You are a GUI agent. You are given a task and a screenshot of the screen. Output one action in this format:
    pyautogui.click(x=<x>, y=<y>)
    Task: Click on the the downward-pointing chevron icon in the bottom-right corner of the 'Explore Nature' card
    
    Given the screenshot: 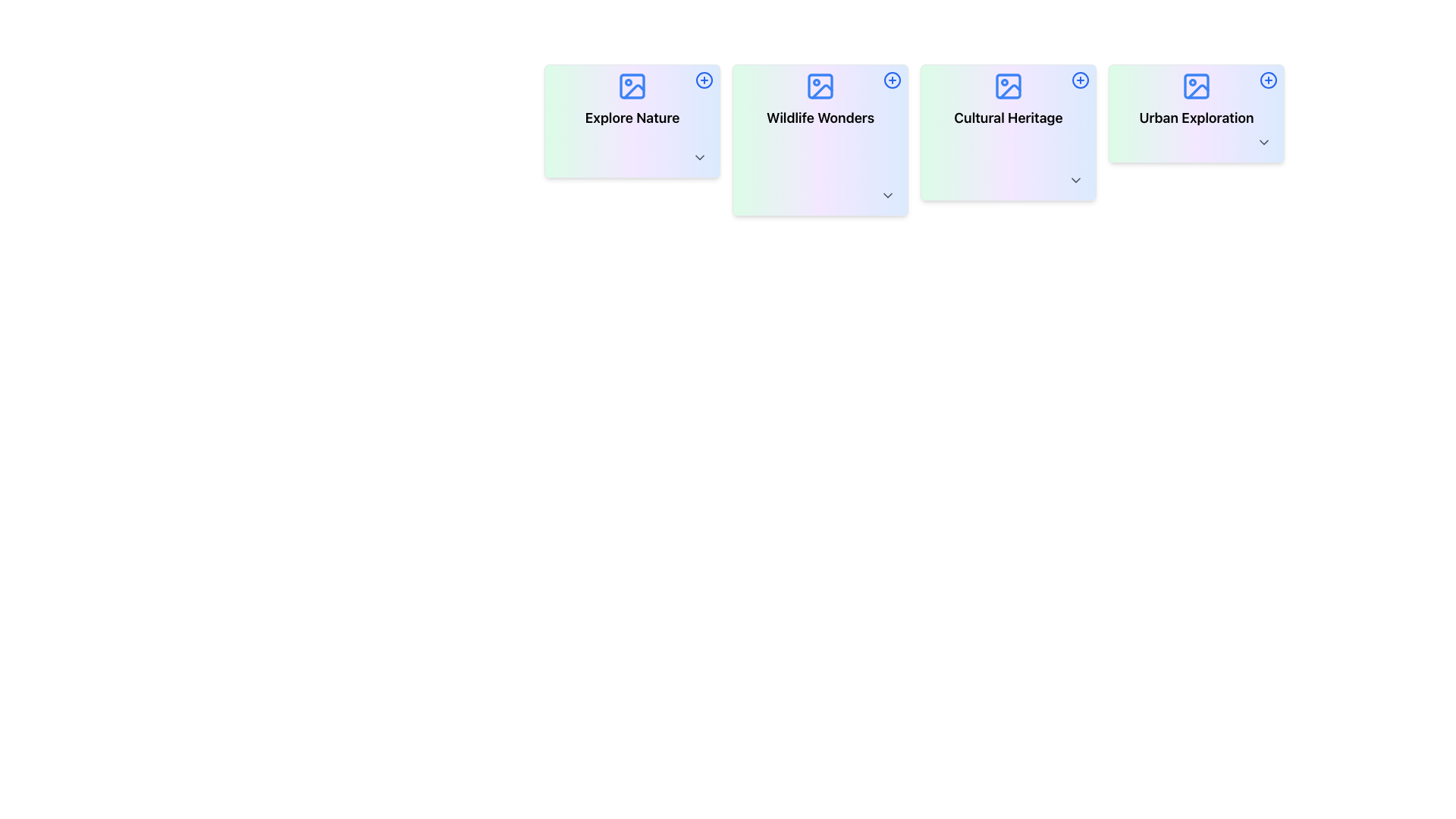 What is the action you would take?
    pyautogui.click(x=698, y=158)
    